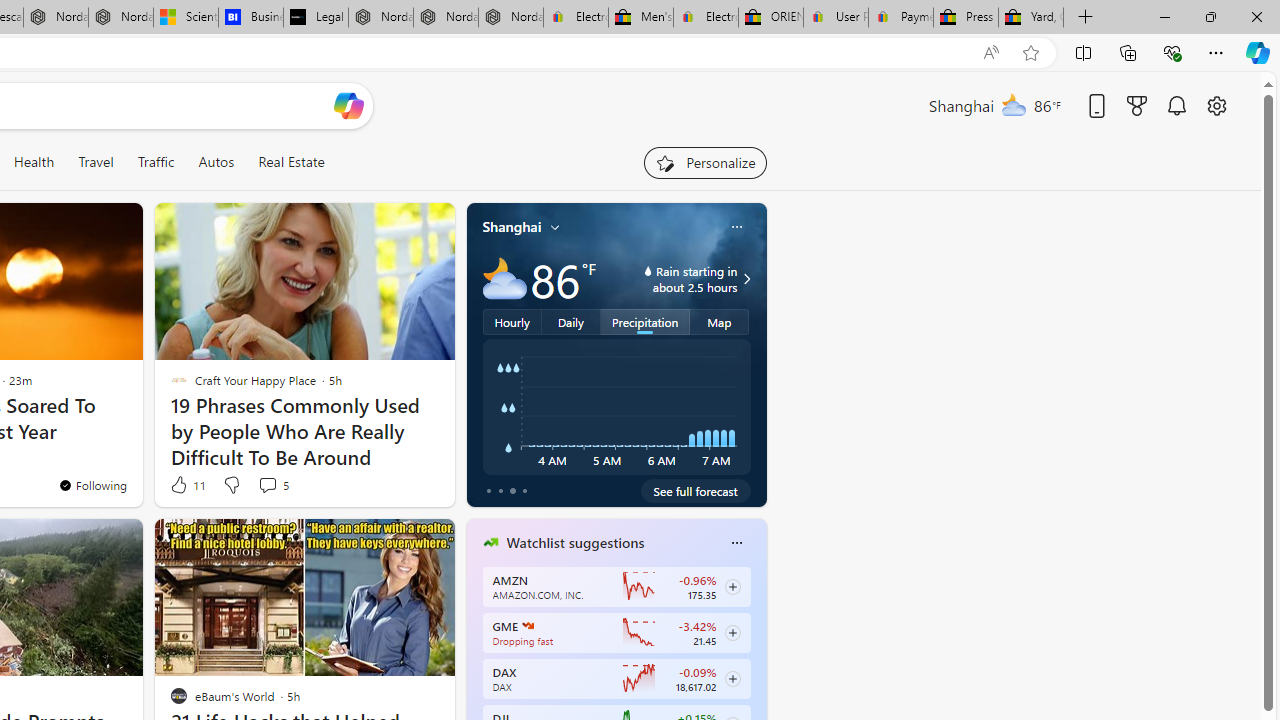 This screenshot has height=720, width=1280. What do you see at coordinates (645, 320) in the screenshot?
I see `'Precipitation'` at bounding box center [645, 320].